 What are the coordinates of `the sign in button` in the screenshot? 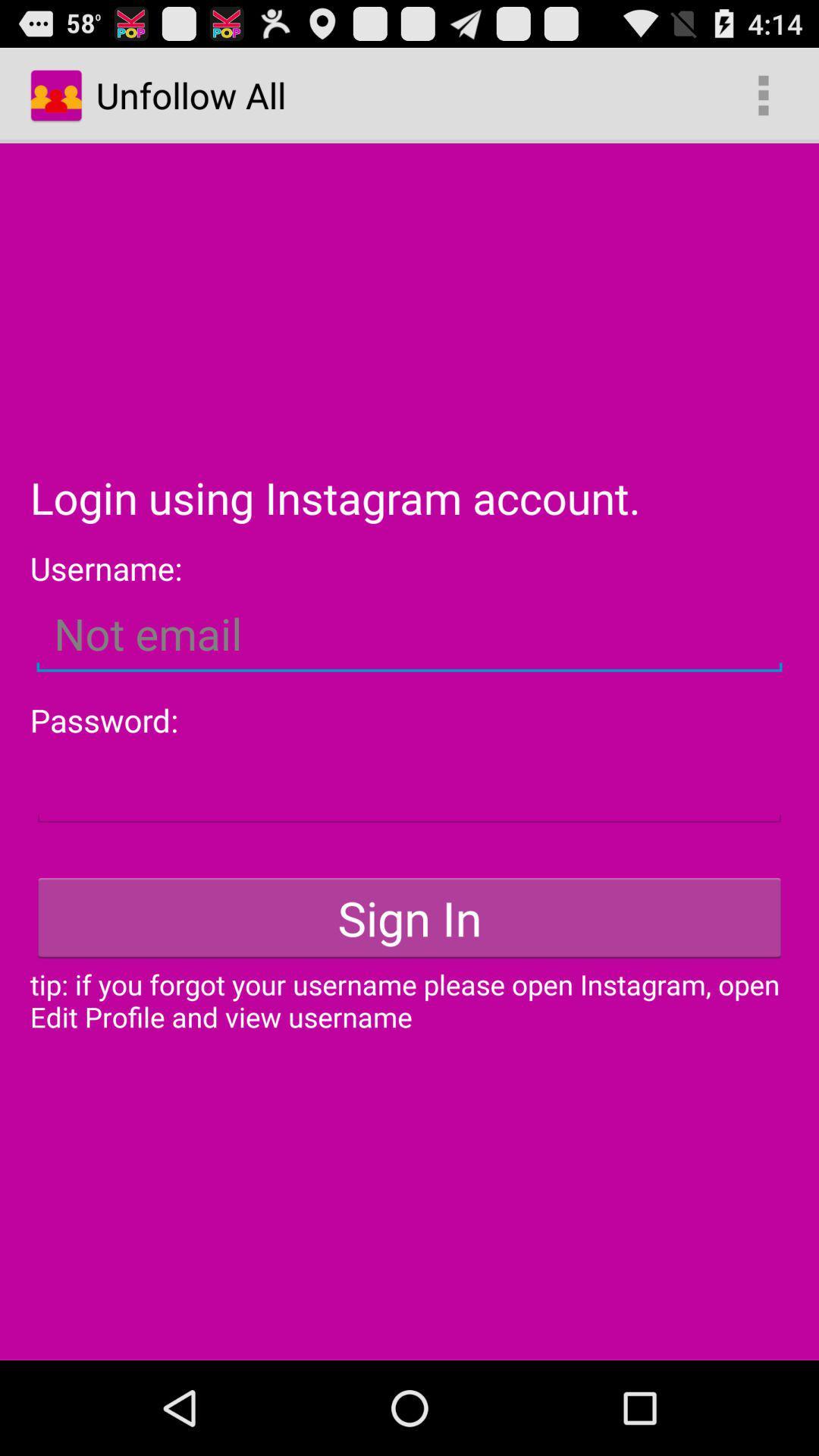 It's located at (409, 917).